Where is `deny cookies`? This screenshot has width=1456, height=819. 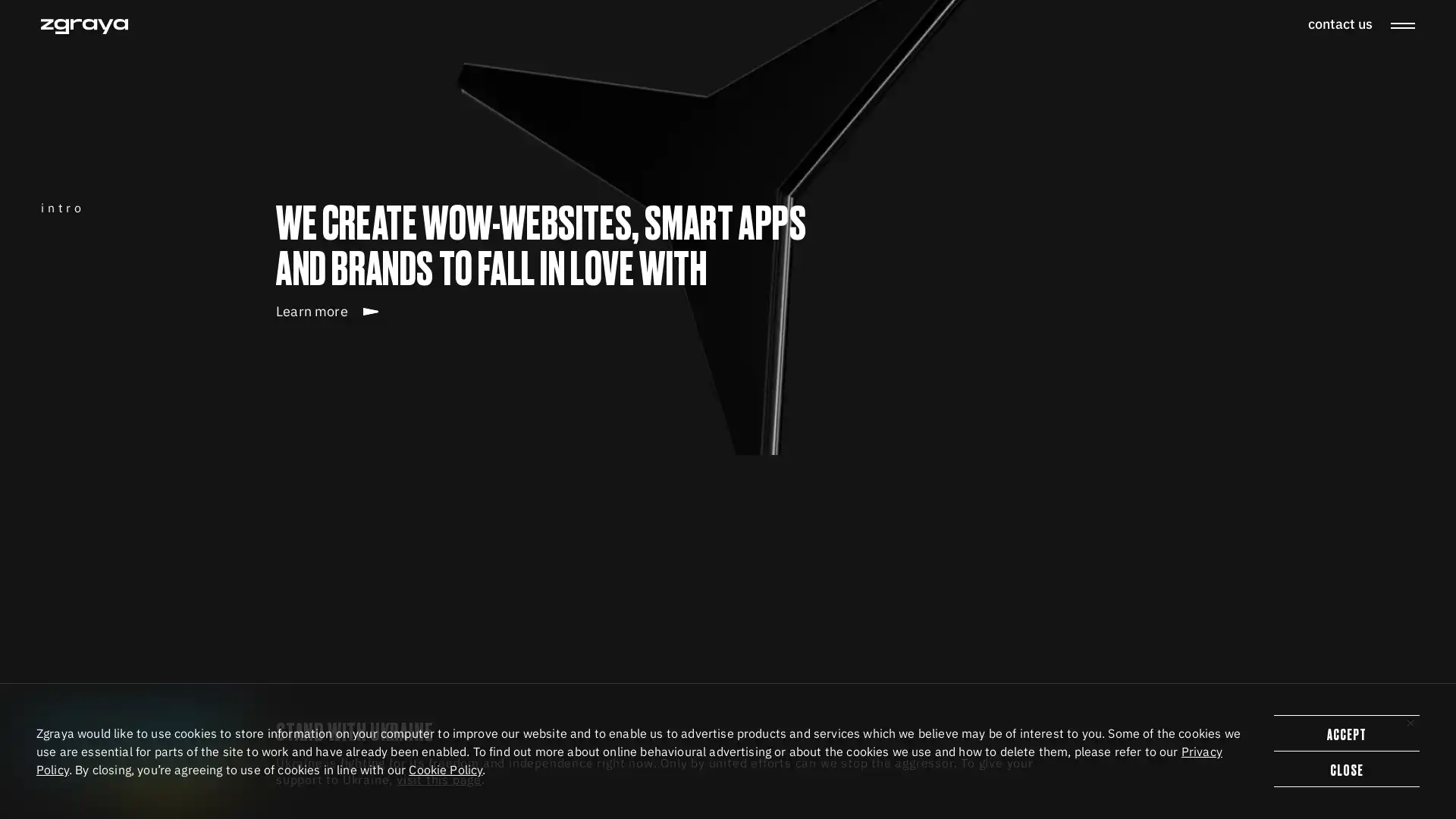
deny cookies is located at coordinates (1347, 769).